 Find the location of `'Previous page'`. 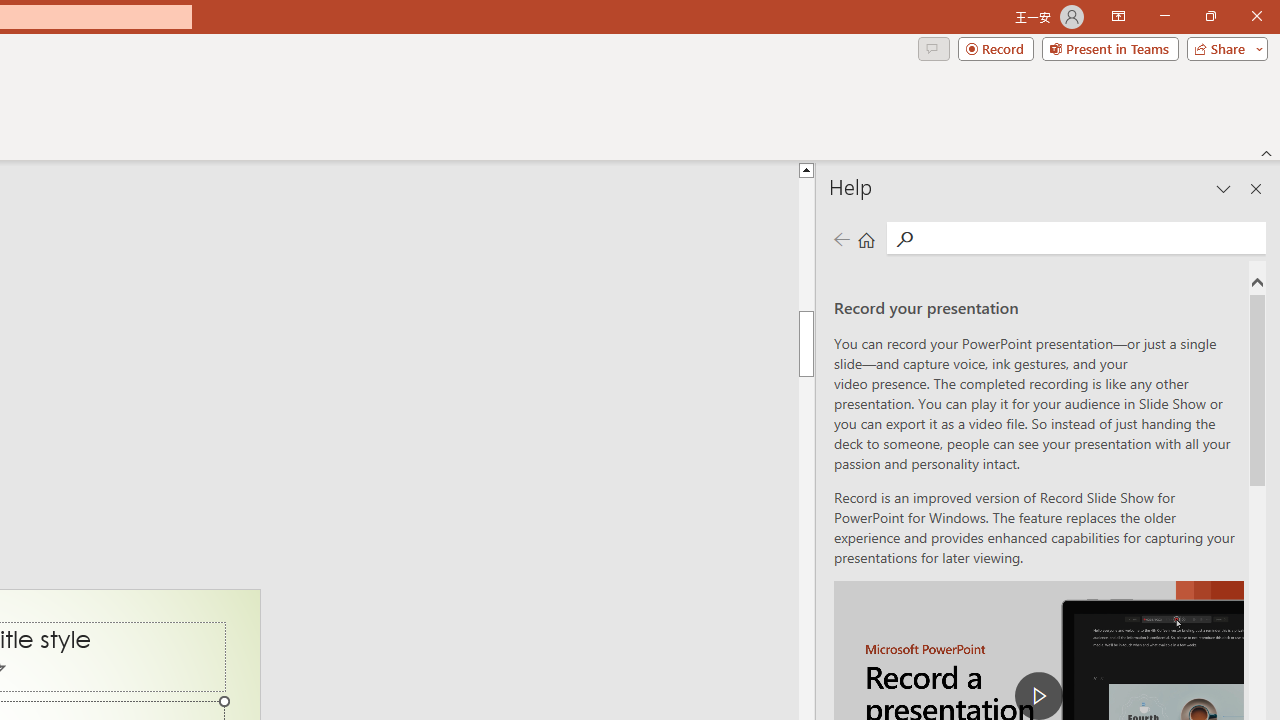

'Previous page' is located at coordinates (841, 238).